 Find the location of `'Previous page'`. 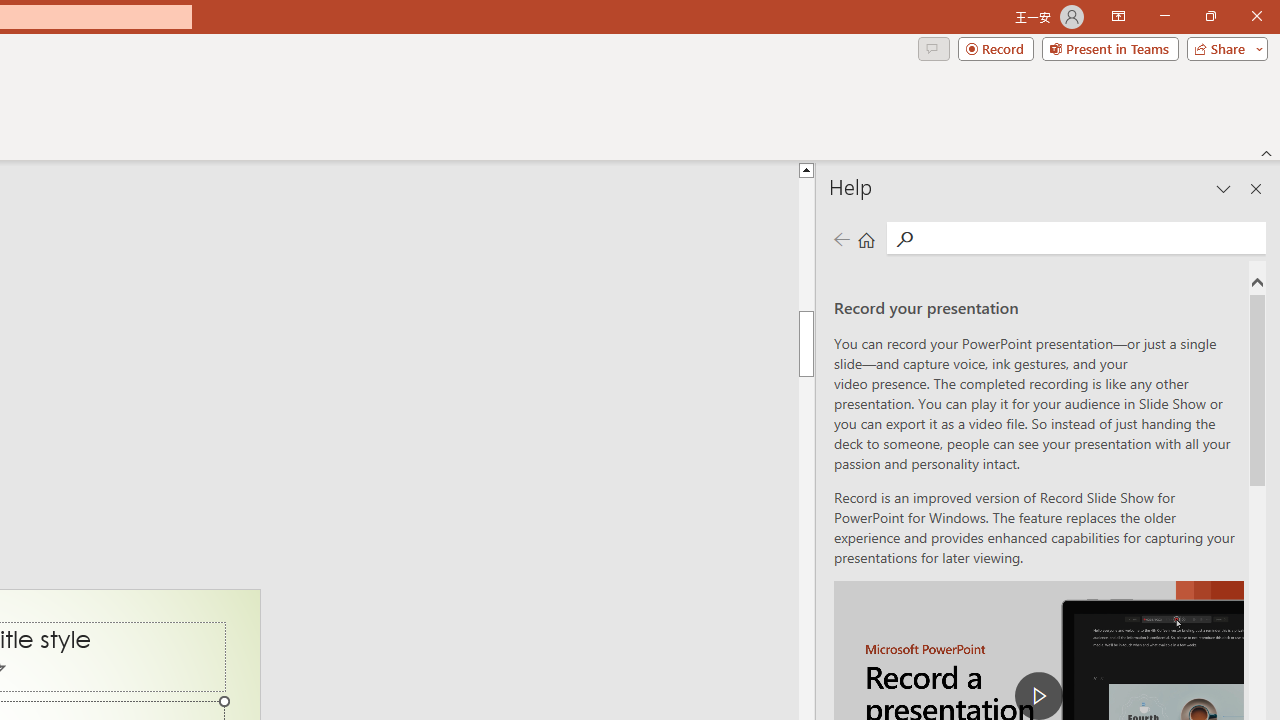

'Previous page' is located at coordinates (841, 238).